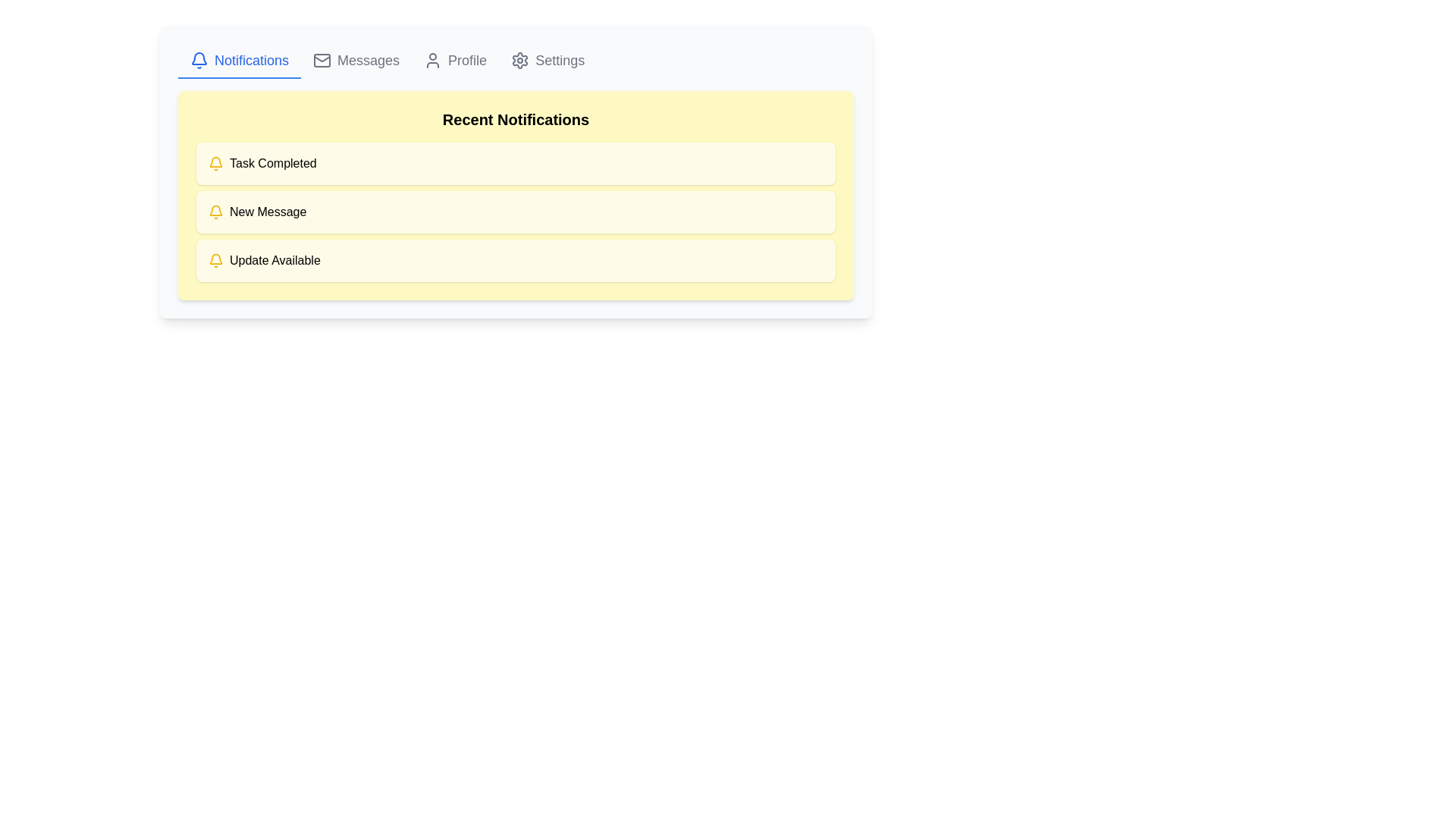  Describe the element at coordinates (215, 164) in the screenshot. I see `the first notification icon representing task completion, located on the left side of the 'Task Completed' text under the 'Recent Notifications' header` at that location.